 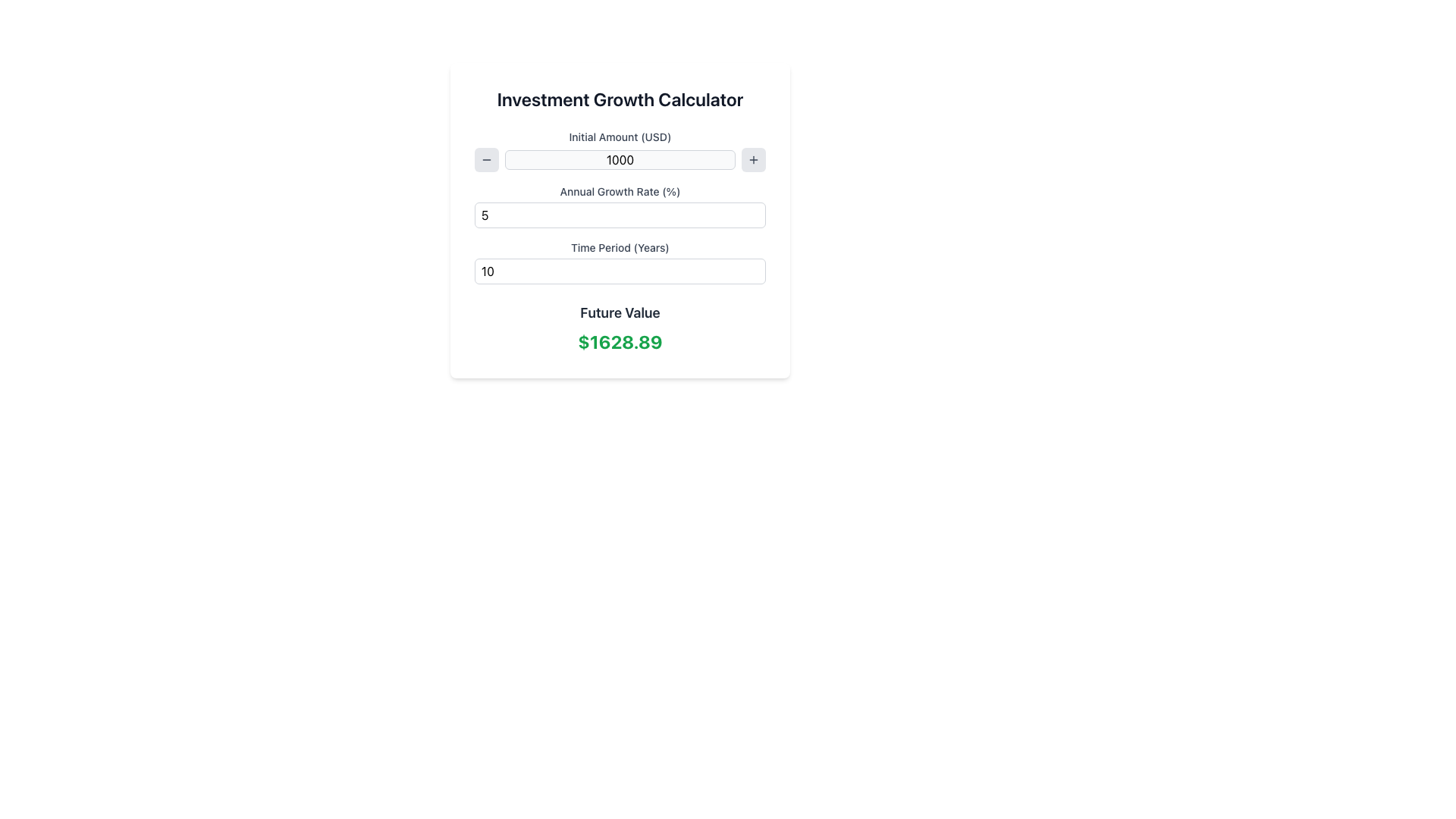 I want to click on static text label that displays 'Future Value', which is located centrally above the dollar value text in the user interface, so click(x=620, y=312).